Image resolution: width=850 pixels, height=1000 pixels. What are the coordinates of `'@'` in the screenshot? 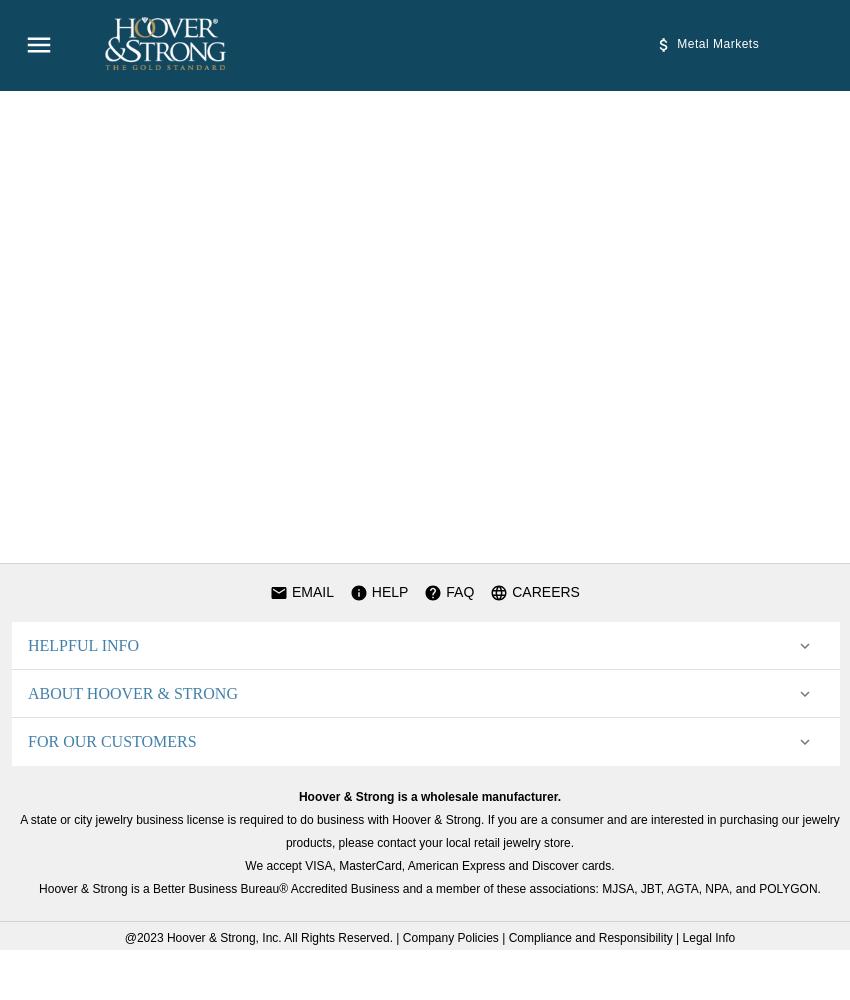 It's located at (123, 938).